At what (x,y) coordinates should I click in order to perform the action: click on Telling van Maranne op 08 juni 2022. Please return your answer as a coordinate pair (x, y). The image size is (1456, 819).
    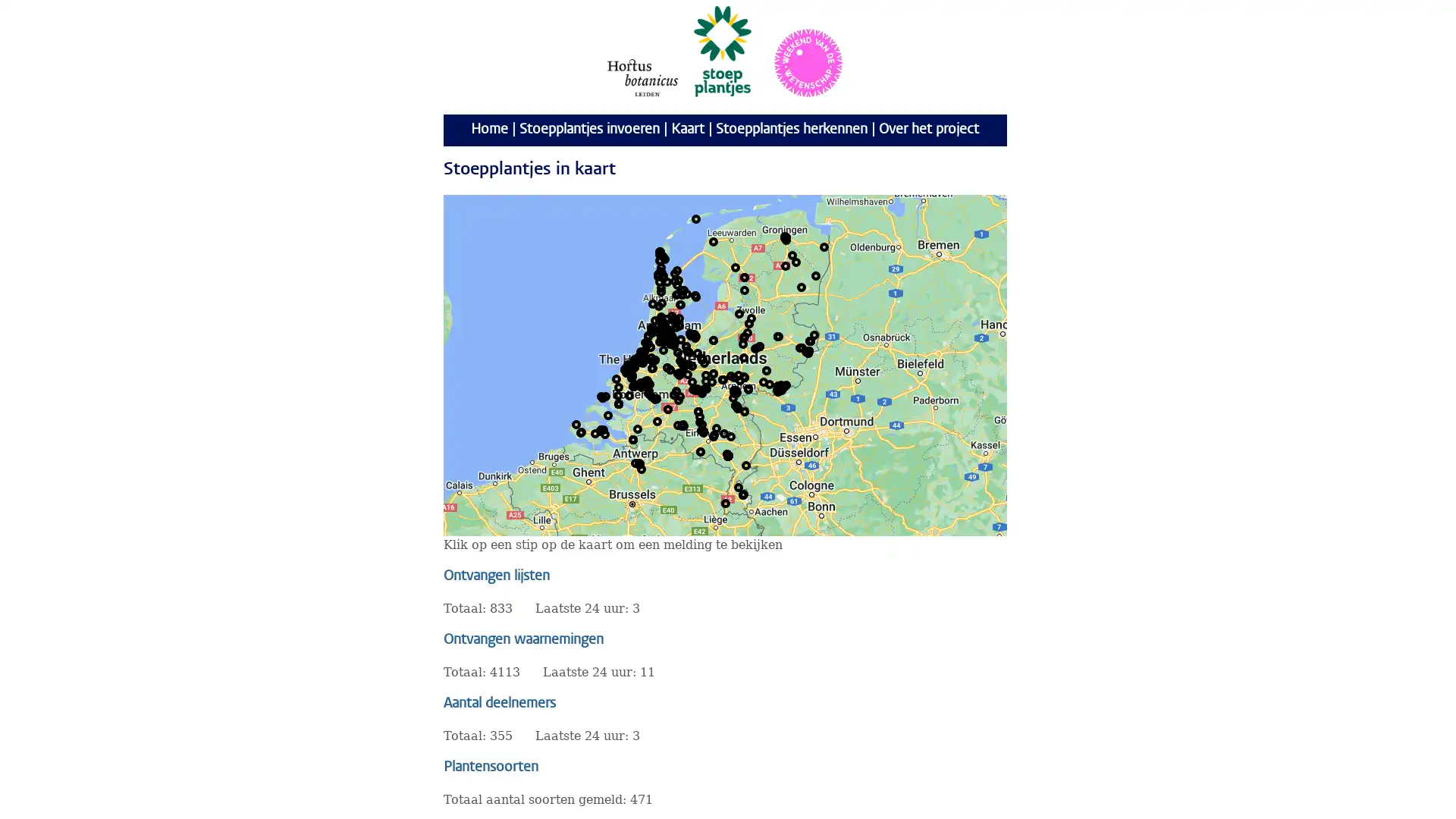
    Looking at the image, I should click on (745, 376).